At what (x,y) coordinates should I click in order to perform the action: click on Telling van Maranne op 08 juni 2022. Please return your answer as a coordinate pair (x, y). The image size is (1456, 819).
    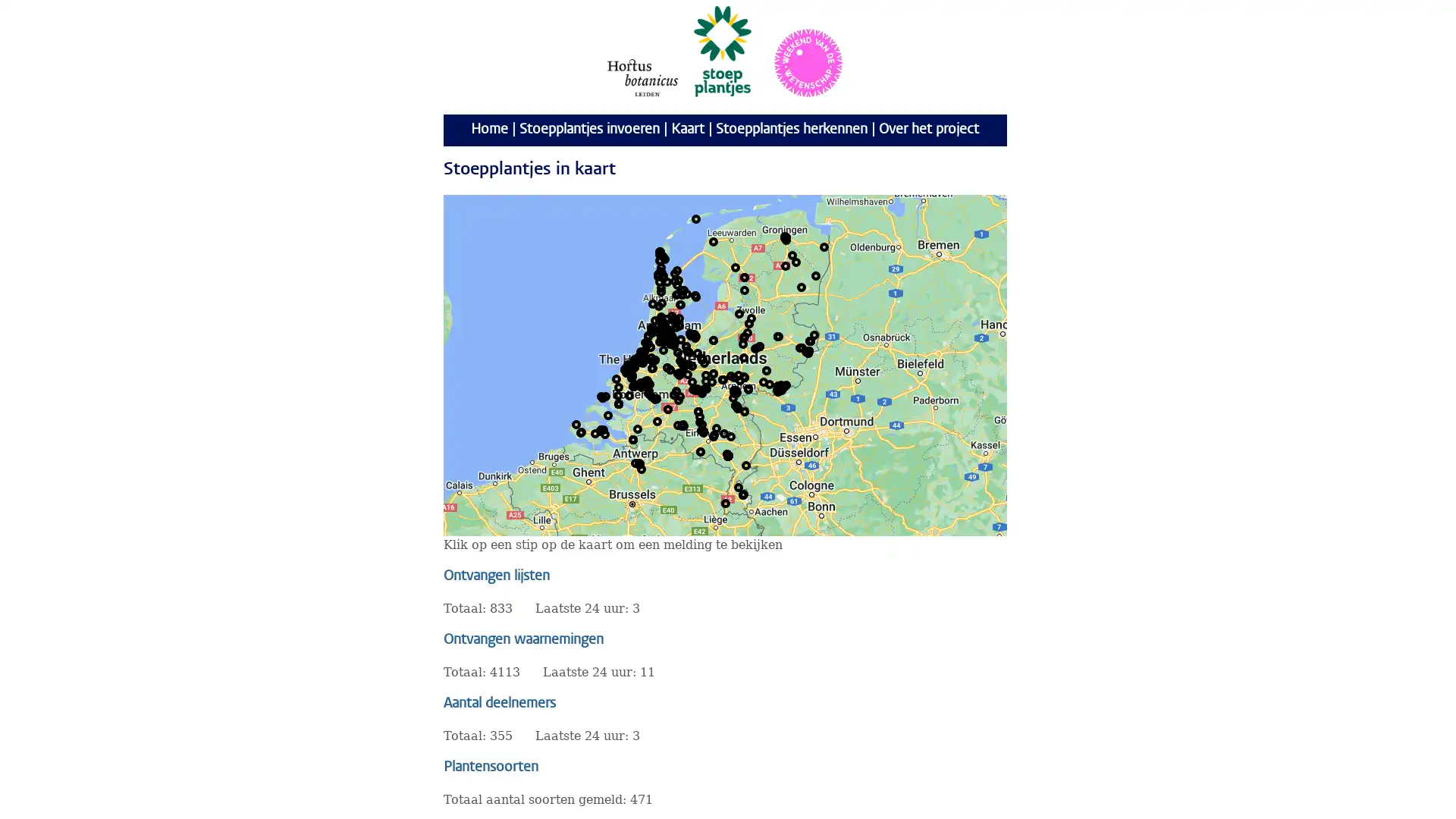
    Looking at the image, I should click on (745, 376).